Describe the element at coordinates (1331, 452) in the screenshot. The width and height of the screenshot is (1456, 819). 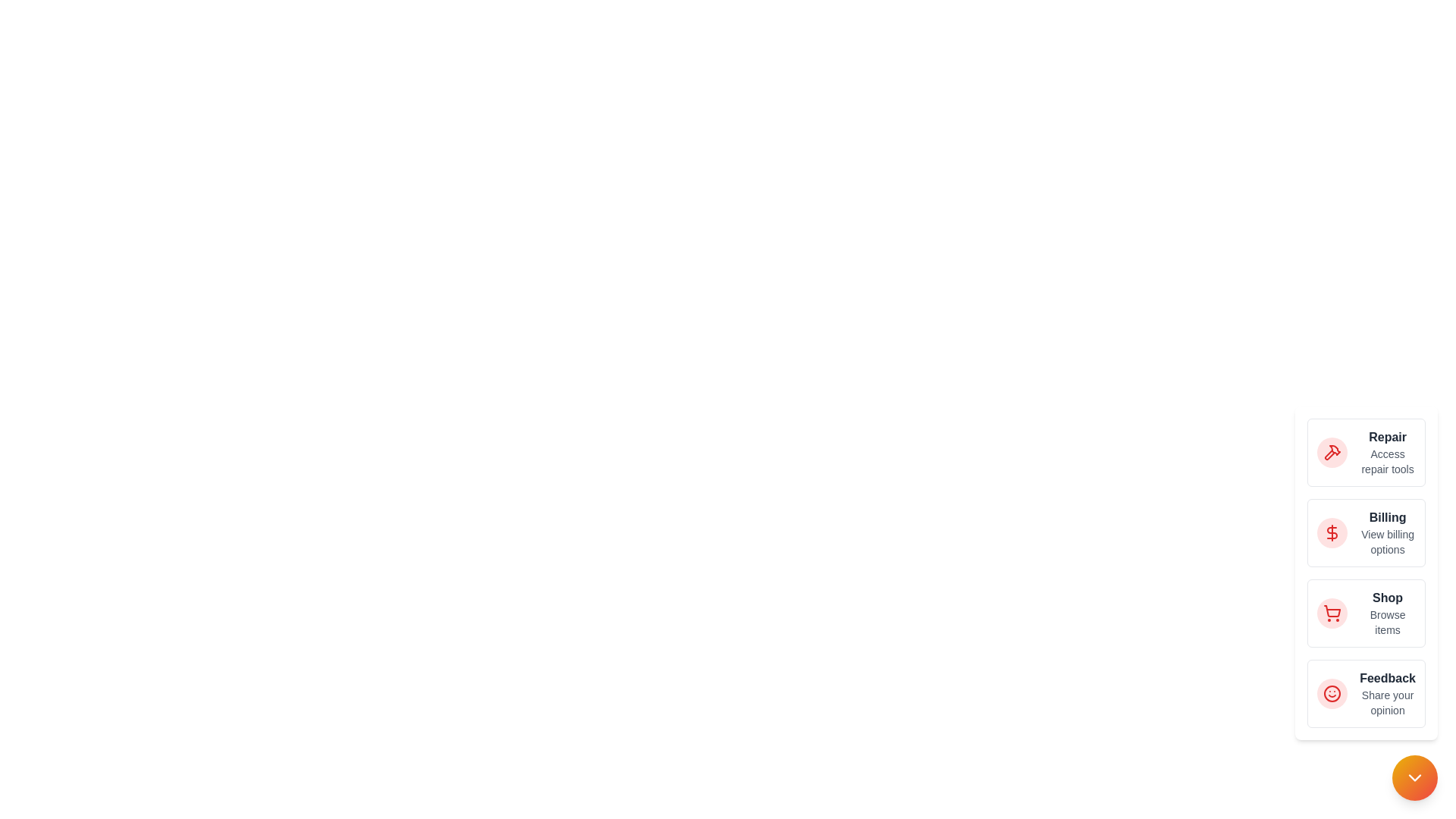
I see `the action labeled 'Repair' to highlight it` at that location.